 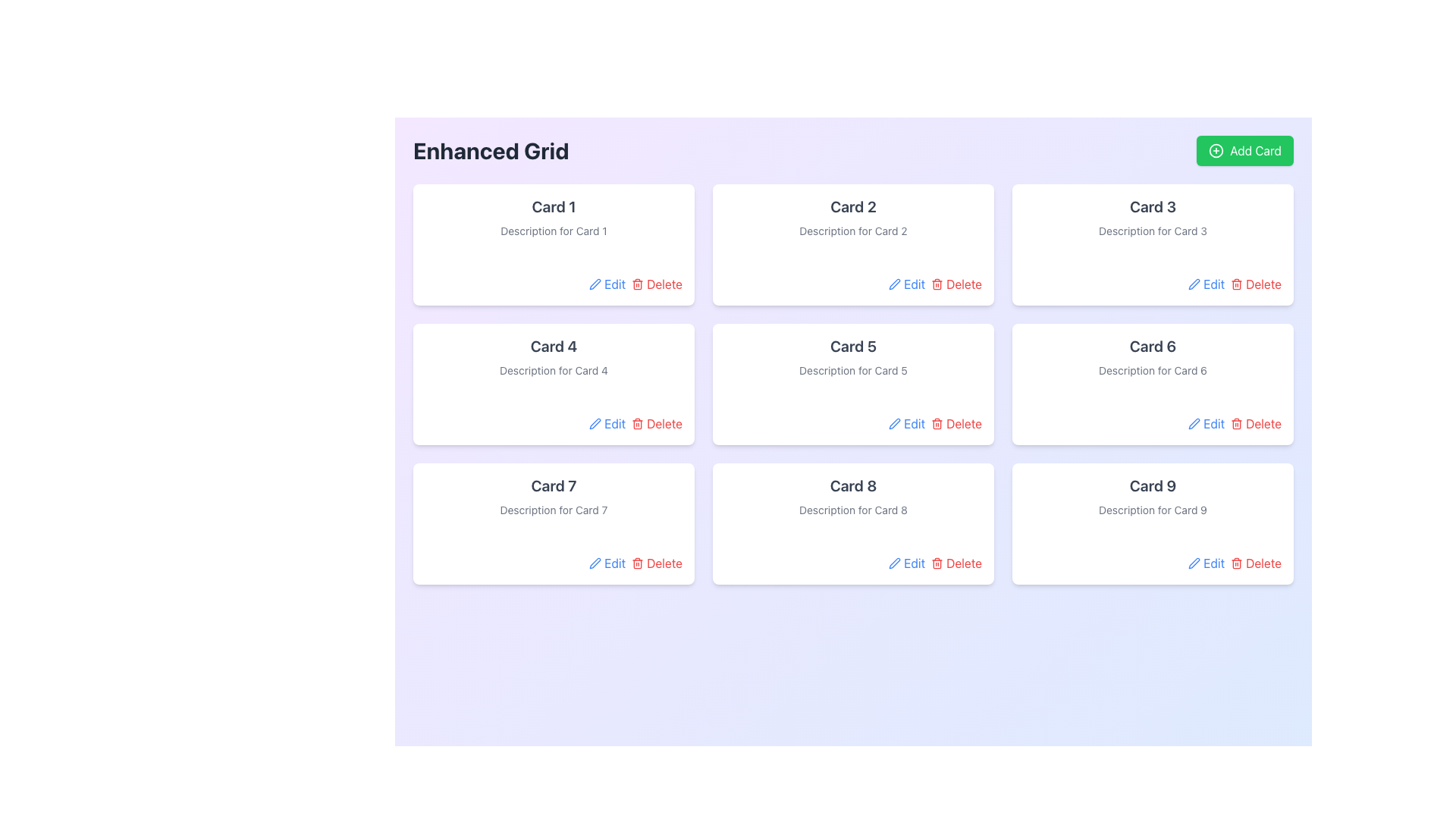 What do you see at coordinates (657, 424) in the screenshot?
I see `the red 'Delete' button with a trash icon located in 'Card 4', under the 'Edit' button` at bounding box center [657, 424].